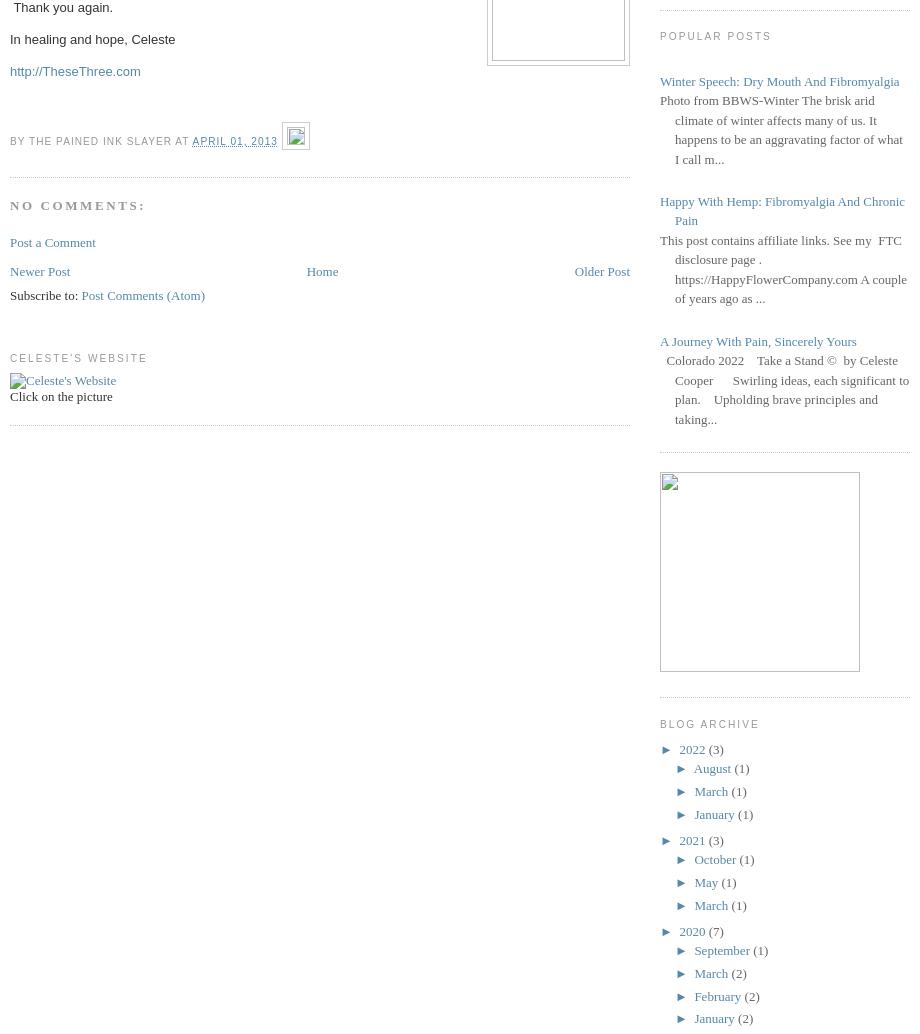 This screenshot has height=1034, width=920. Describe the element at coordinates (92, 39) in the screenshot. I see `'In healing and hope, Celeste'` at that location.